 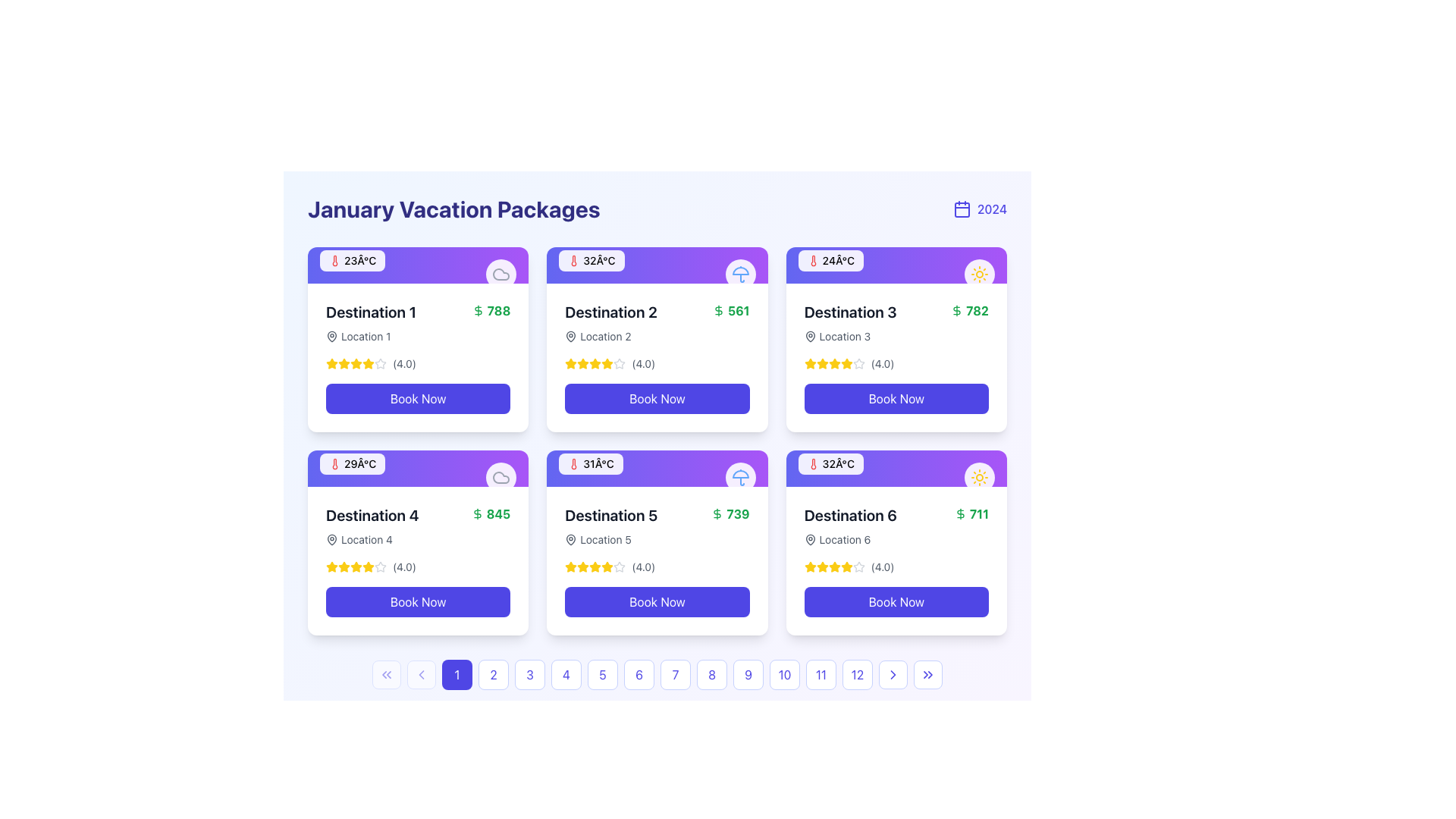 What do you see at coordinates (476, 513) in the screenshot?
I see `the SVG dollar sign icon located under the Destination 4 card in the second row of the vacation packages grid, which is positioned to the left of the bold numeric value '845'` at bounding box center [476, 513].